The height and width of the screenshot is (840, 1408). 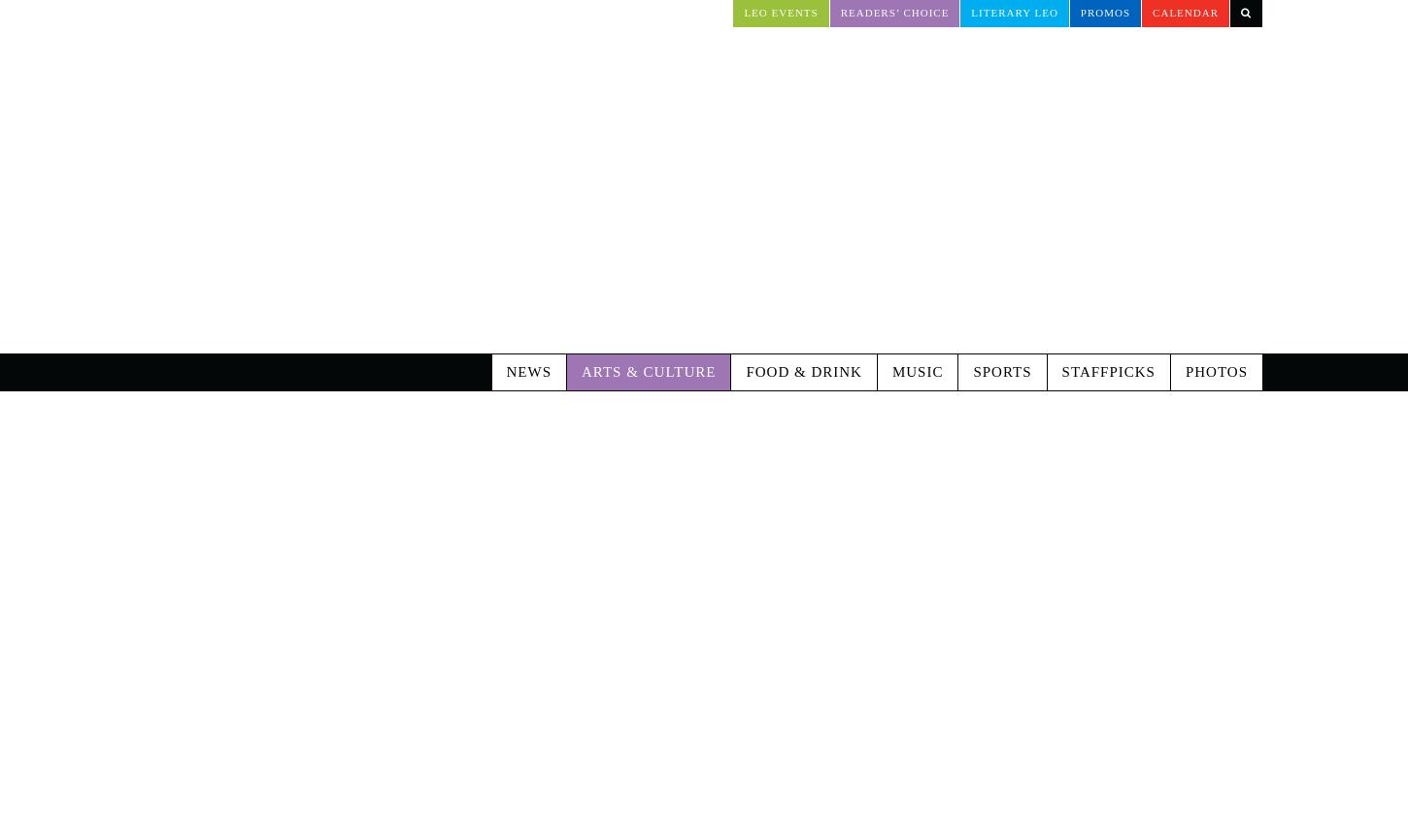 I want to click on 'Food & Drink', so click(x=803, y=290).